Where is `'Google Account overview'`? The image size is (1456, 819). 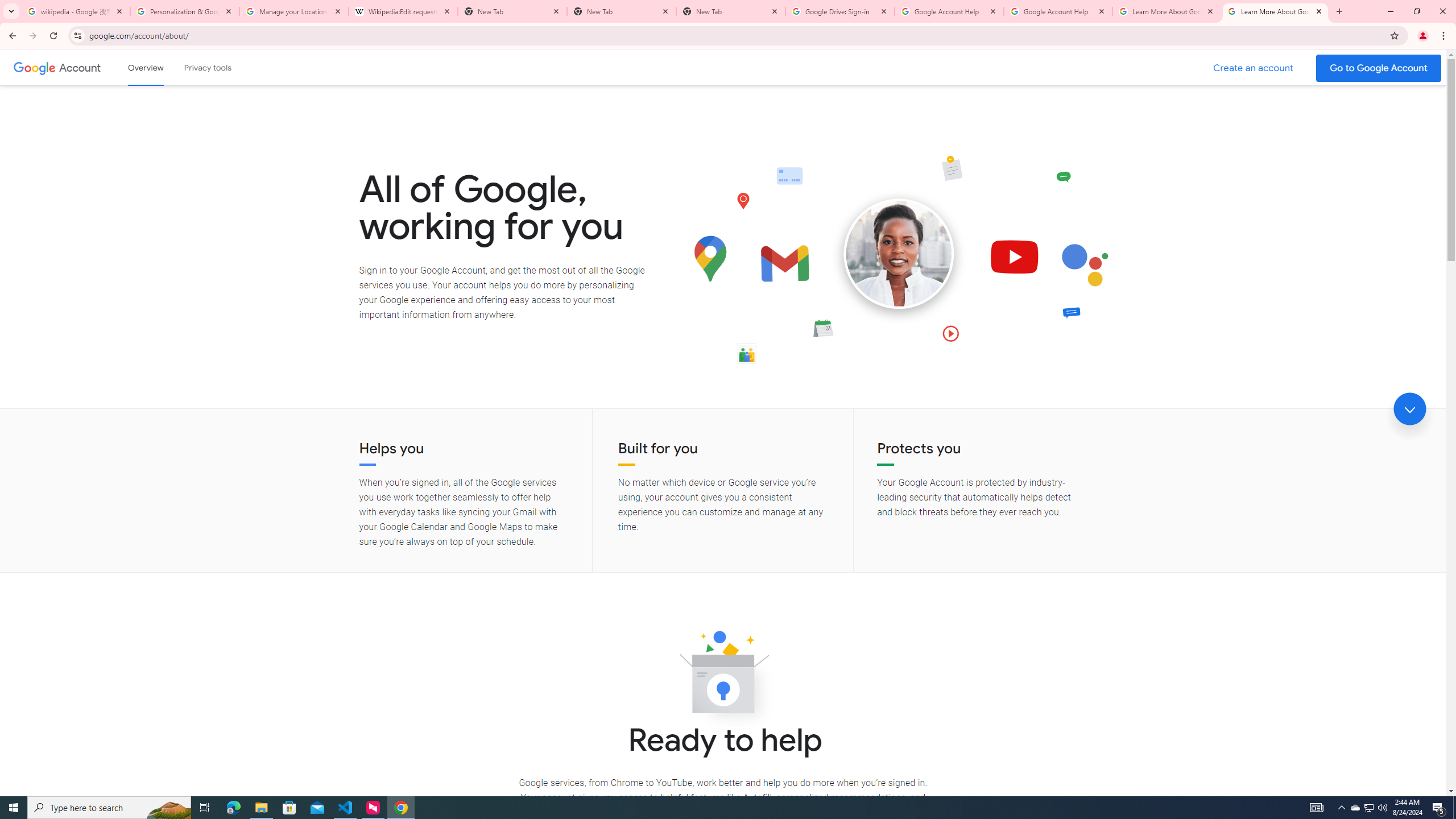 'Google Account overview' is located at coordinates (146, 67).